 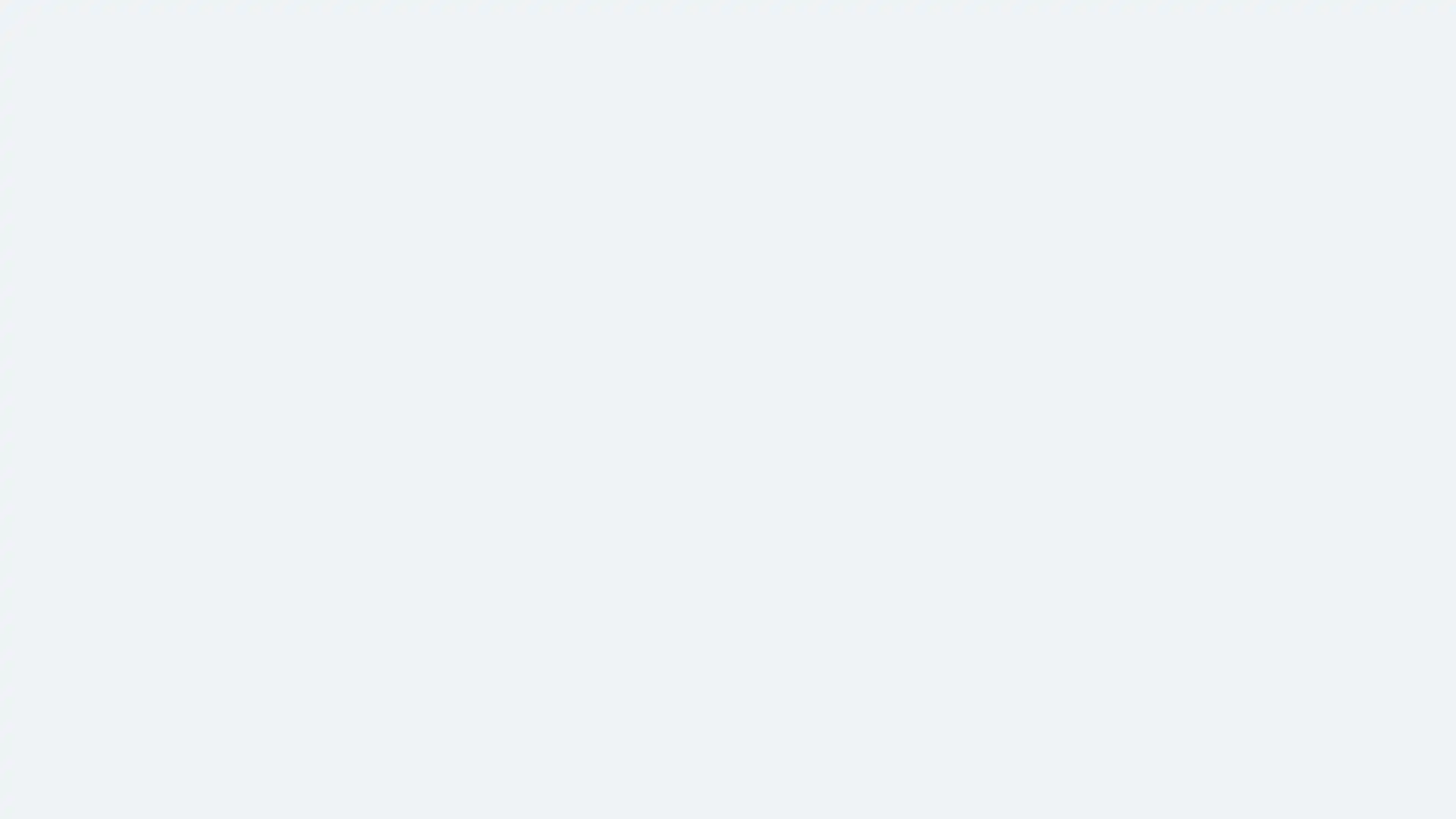 What do you see at coordinates (728, 254) in the screenshot?
I see `Continue` at bounding box center [728, 254].